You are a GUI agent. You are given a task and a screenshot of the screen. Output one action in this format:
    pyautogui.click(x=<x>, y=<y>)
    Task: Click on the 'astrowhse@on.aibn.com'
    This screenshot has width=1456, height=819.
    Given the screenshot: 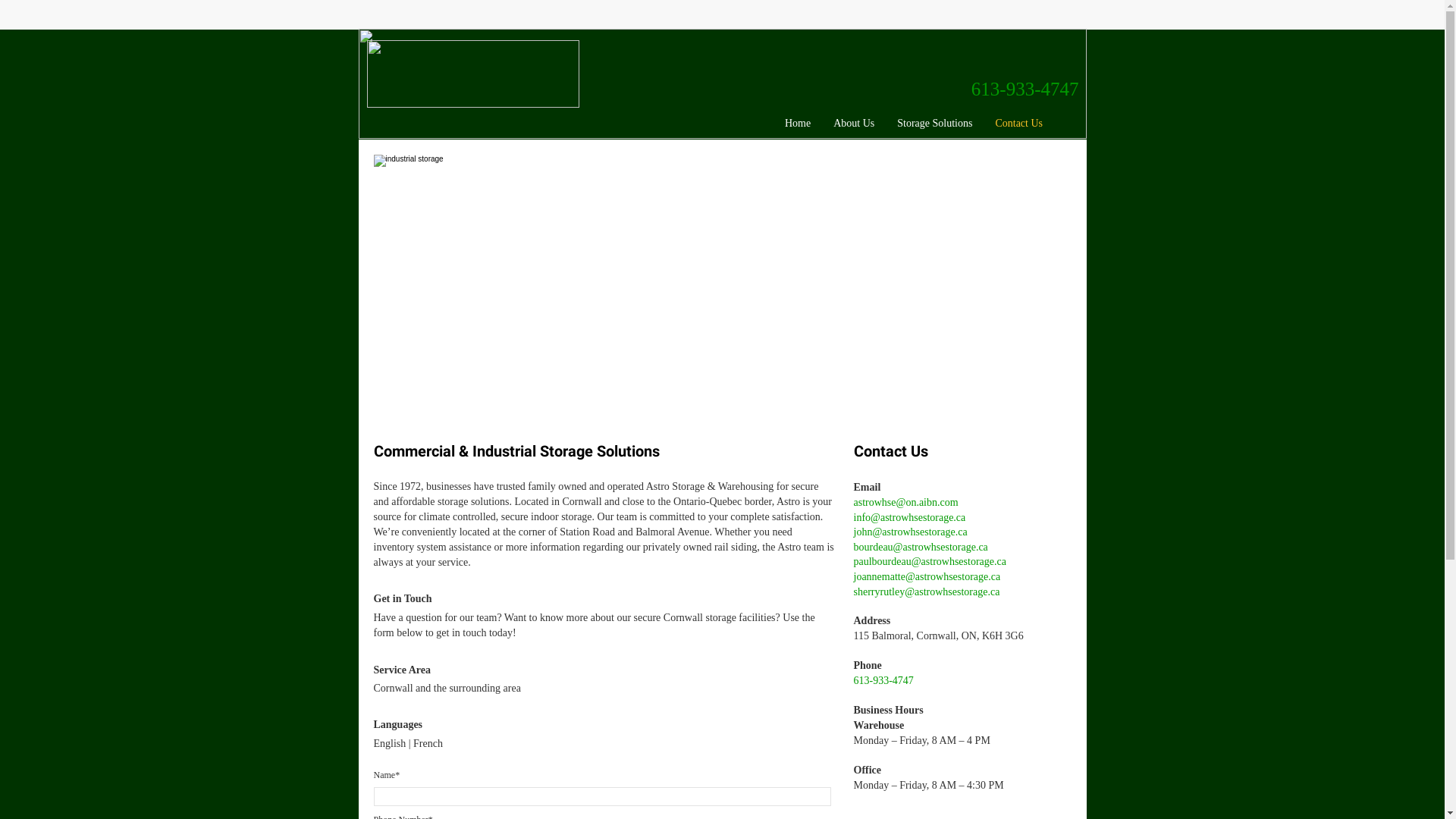 What is the action you would take?
    pyautogui.click(x=906, y=503)
    